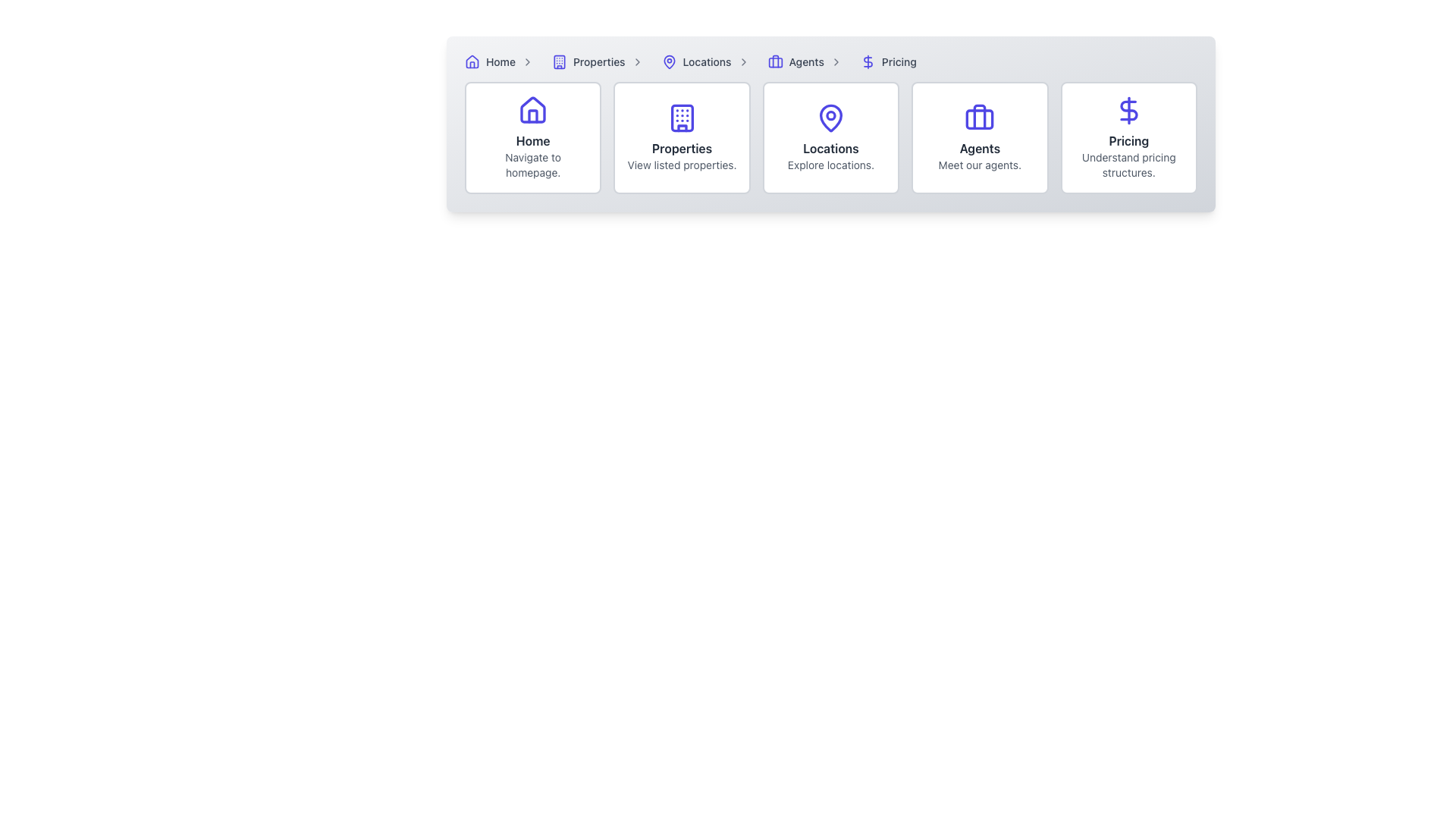  I want to click on the 'Properties' navigational link in the breadcrumb navigation bar, so click(600, 61).